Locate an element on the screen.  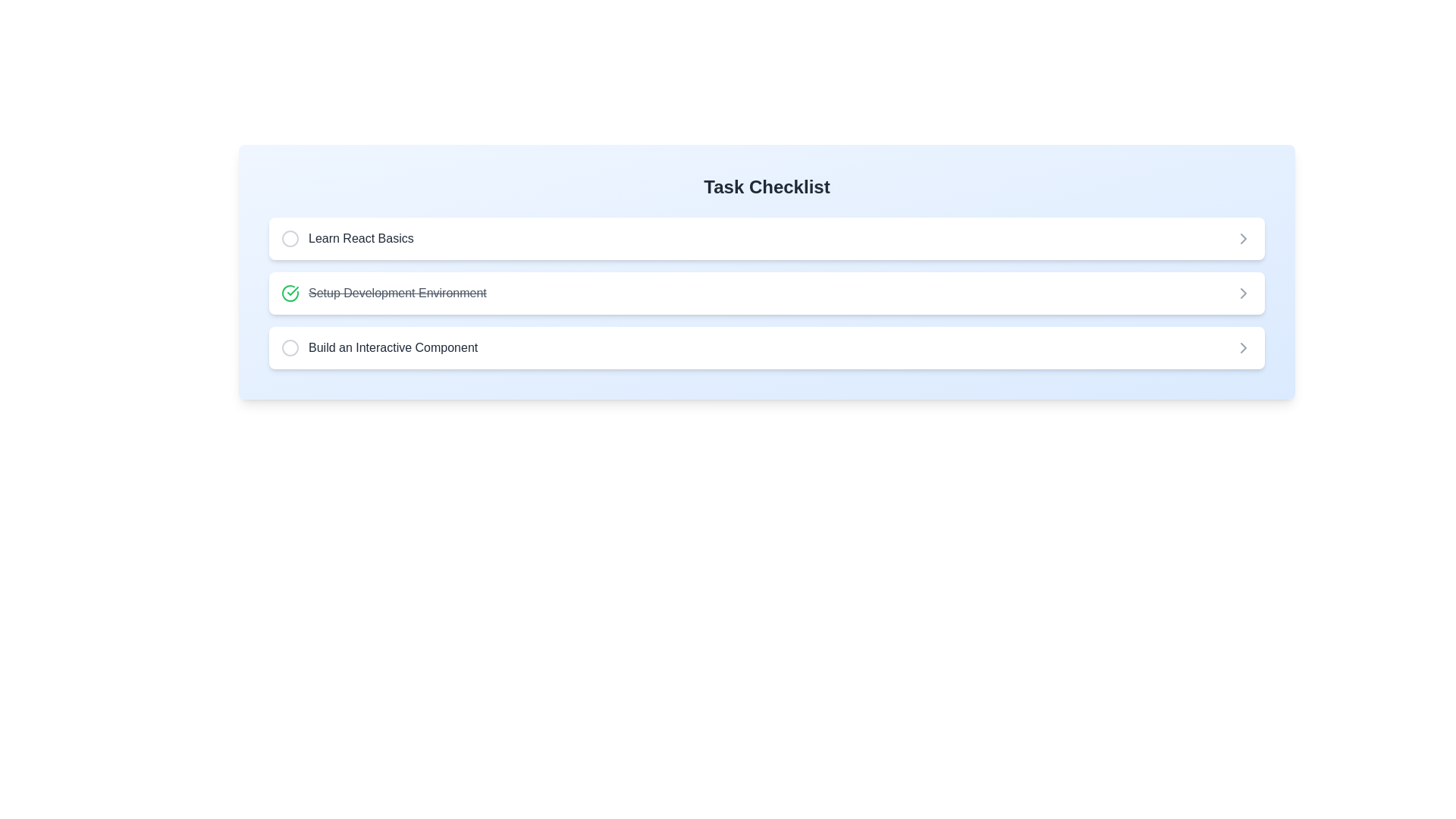
the text label that says 'Setup Development Environment' displayed in a strikethrough style with gray coloration, indicating a completed task within a checklist interface is located at coordinates (397, 293).